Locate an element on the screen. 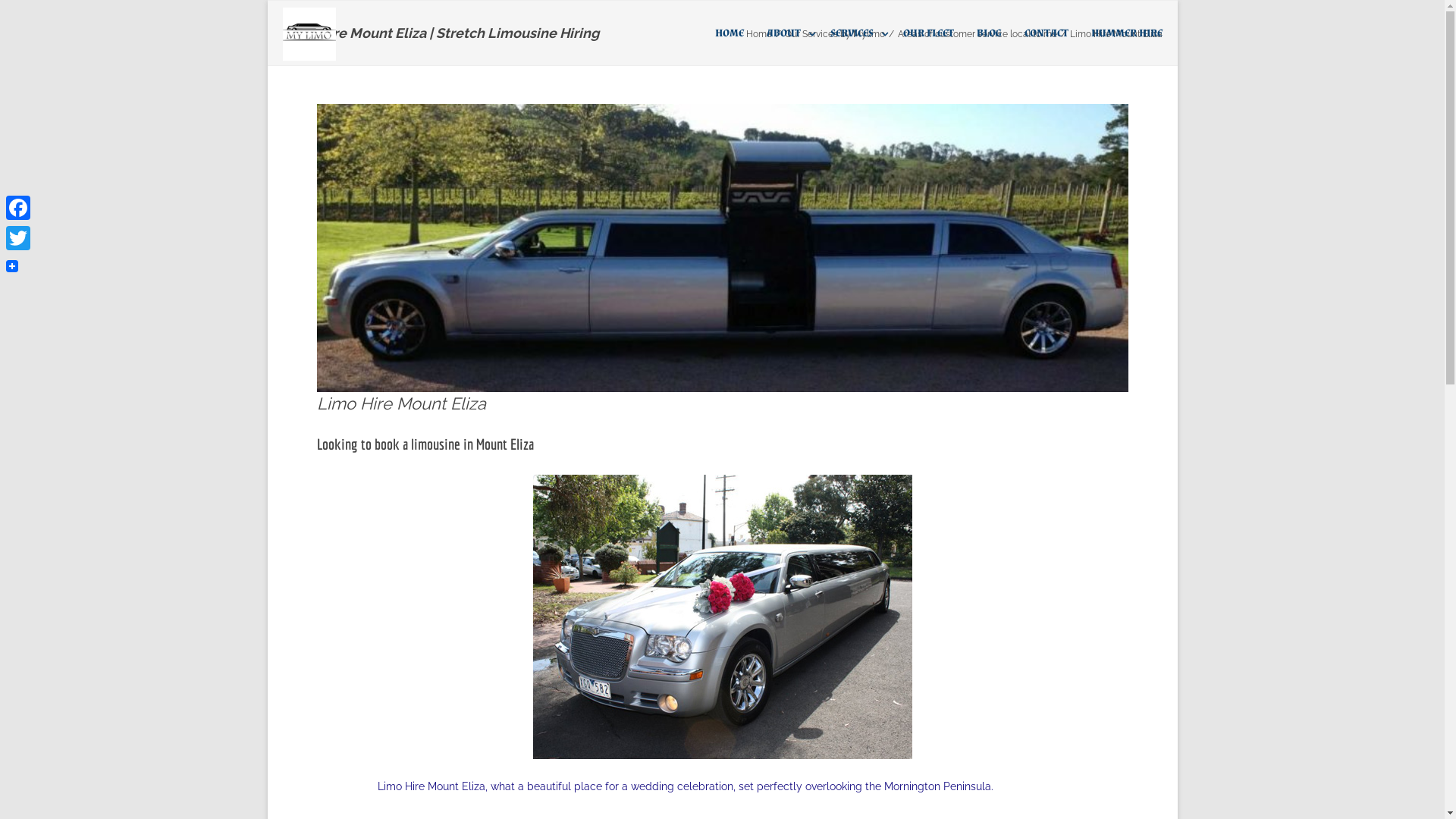  'HUMMER HIRE' is located at coordinates (1090, 33).